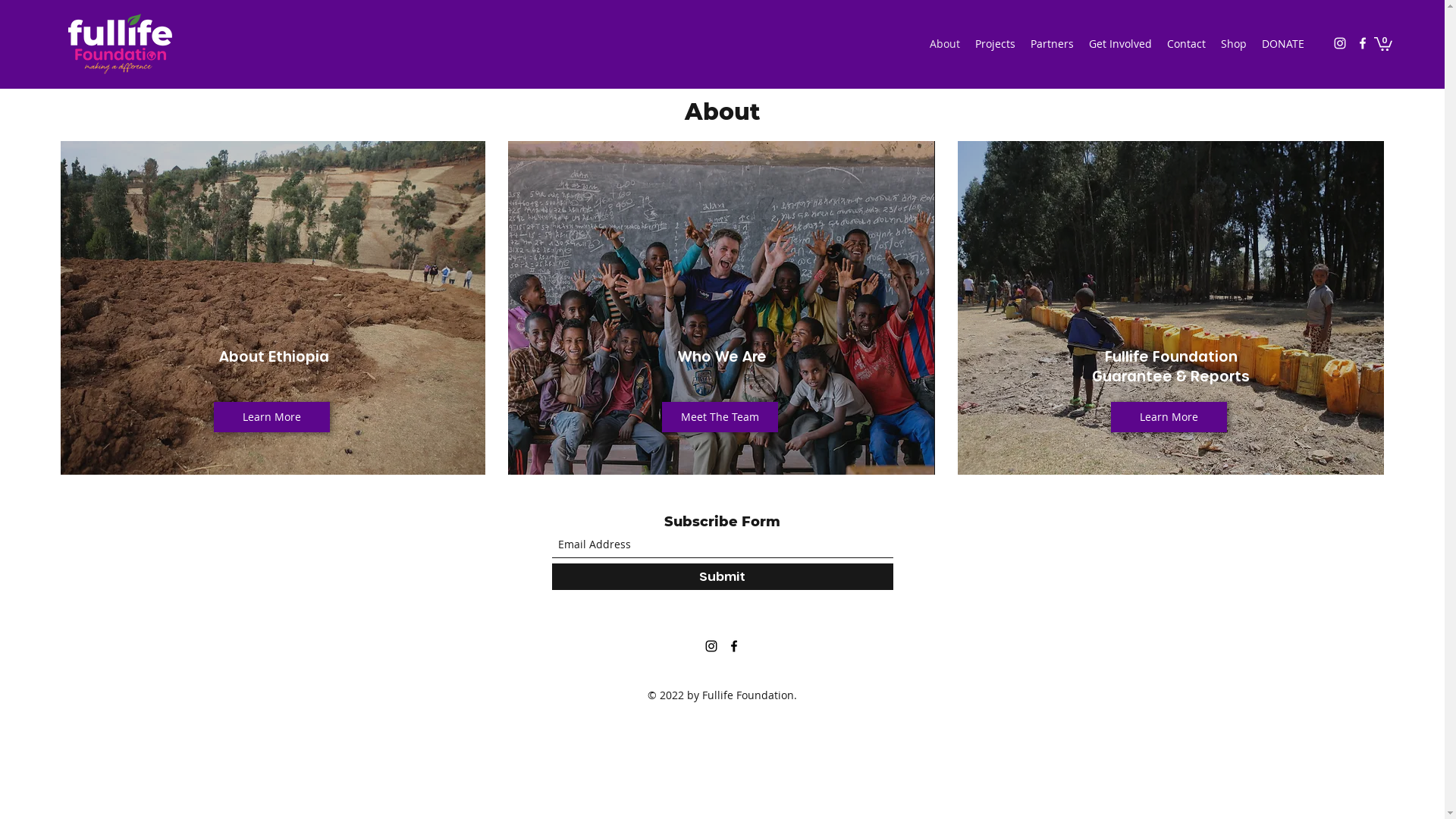 This screenshot has height=819, width=1456. I want to click on 'Learn More', so click(271, 417).